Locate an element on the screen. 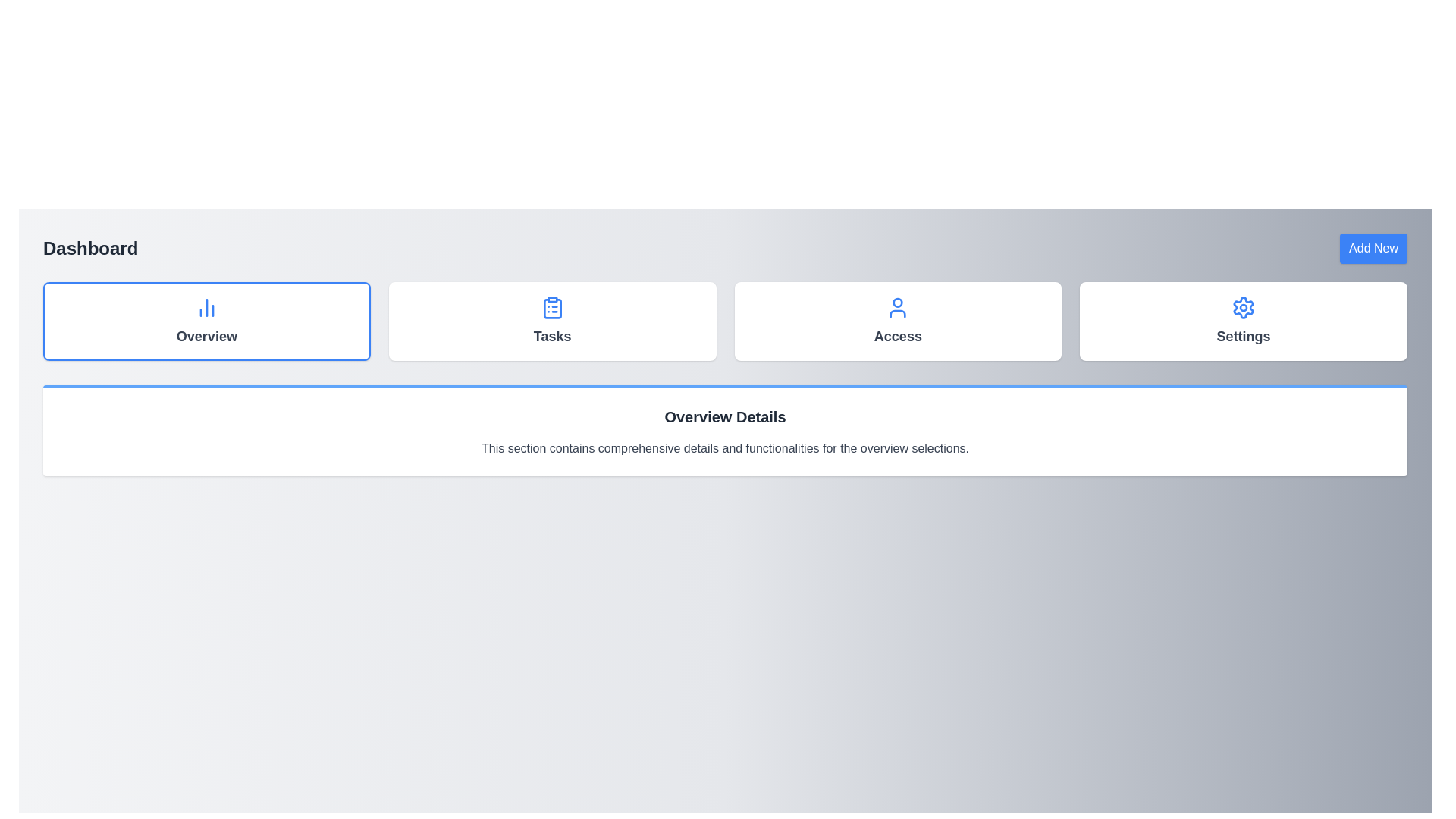  the 'Access' button, which is the third button in a sequence of four buttons arranged horizontally, located between the 'Tasks' button and the 'Settings' button is located at coordinates (898, 321).